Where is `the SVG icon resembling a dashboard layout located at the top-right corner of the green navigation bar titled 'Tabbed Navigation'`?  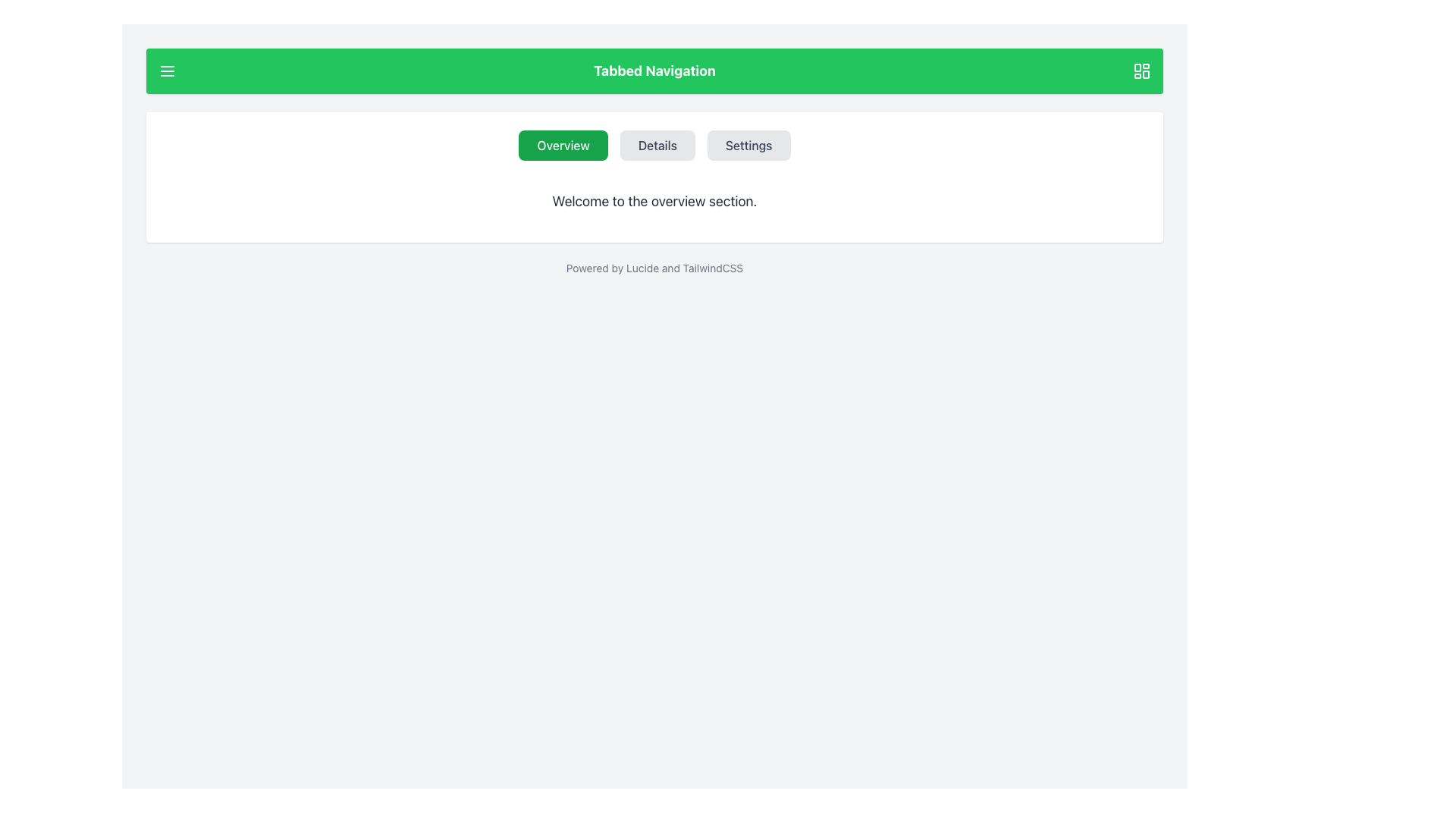 the SVG icon resembling a dashboard layout located at the top-right corner of the green navigation bar titled 'Tabbed Navigation' is located at coordinates (1142, 71).